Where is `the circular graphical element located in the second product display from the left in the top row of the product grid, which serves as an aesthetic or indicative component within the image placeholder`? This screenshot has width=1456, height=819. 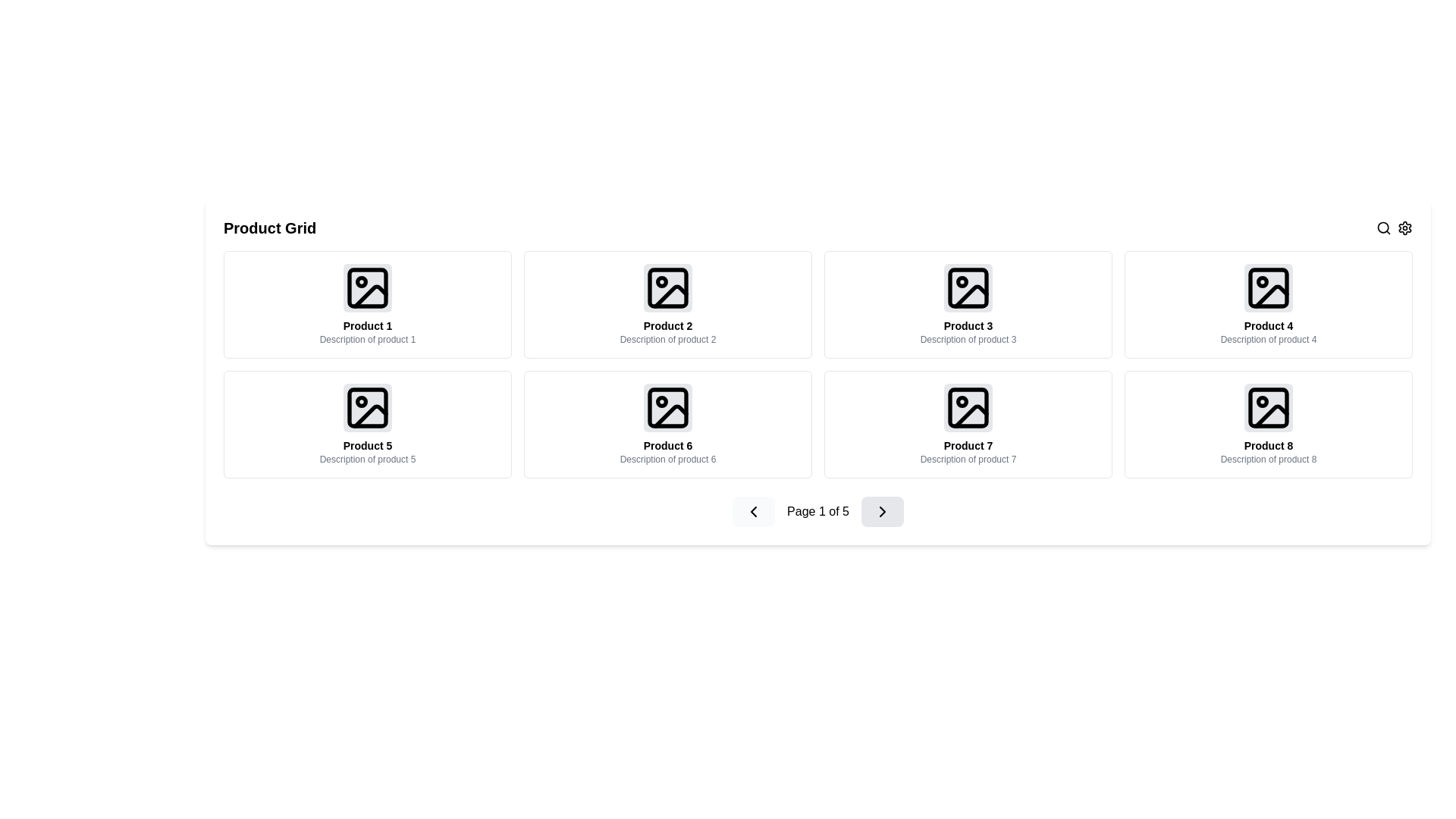 the circular graphical element located in the second product display from the left in the top row of the product grid, which serves as an aesthetic or indicative component within the image placeholder is located at coordinates (662, 281).